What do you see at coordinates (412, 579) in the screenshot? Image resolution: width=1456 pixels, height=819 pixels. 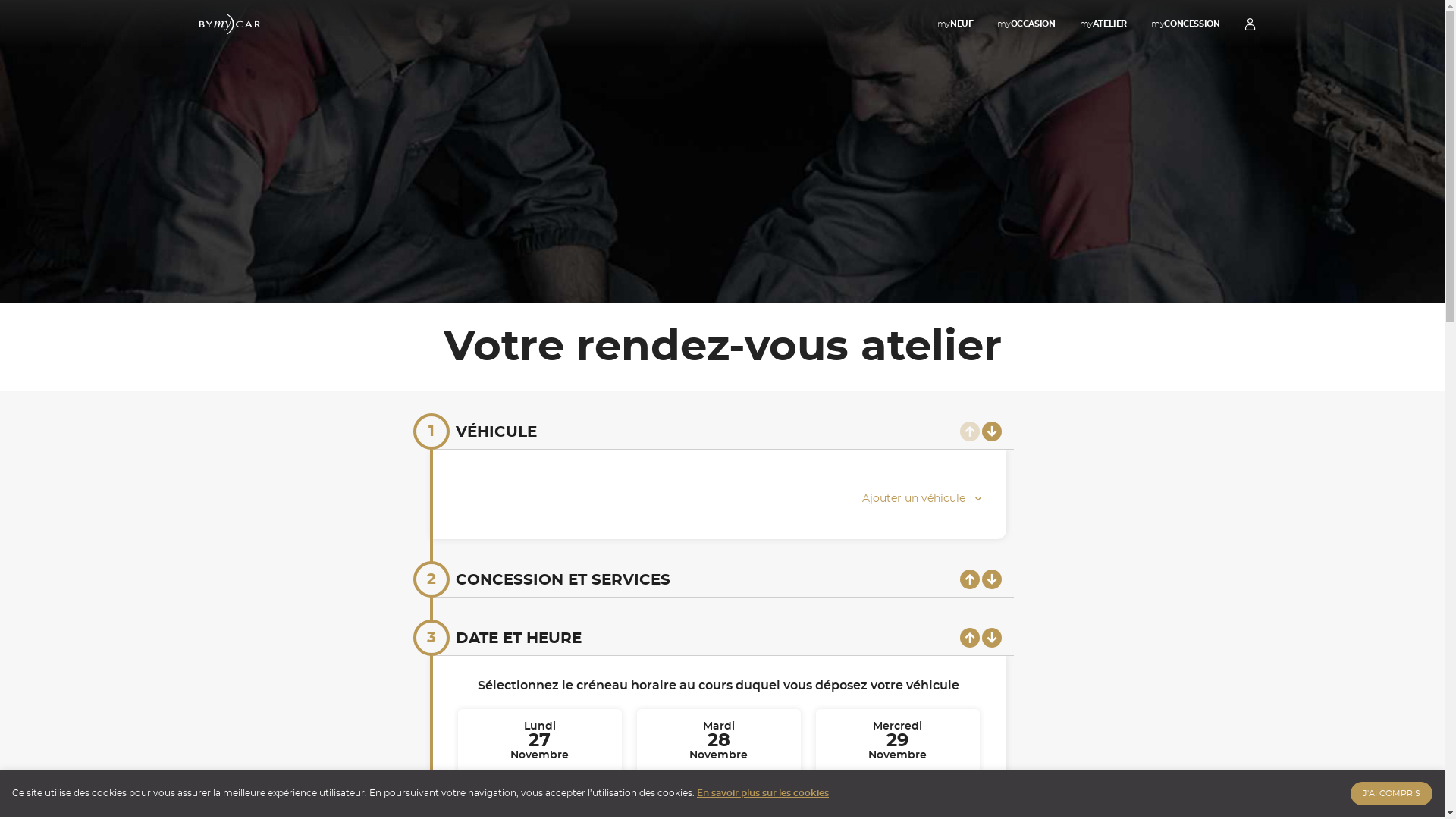 I see `'2'` at bounding box center [412, 579].